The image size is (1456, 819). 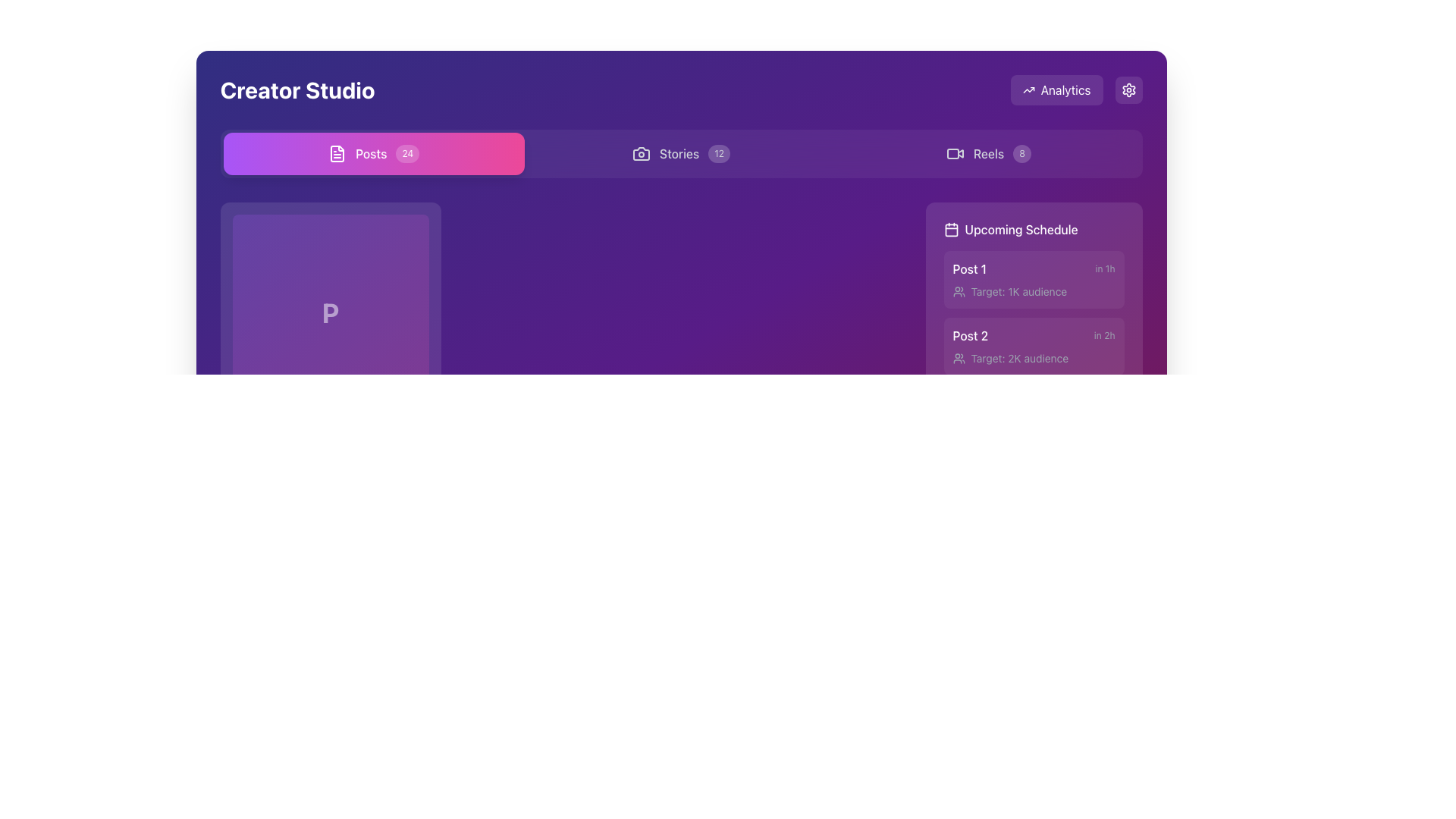 What do you see at coordinates (407, 154) in the screenshot?
I see `the Notification badge, which is a small rectangular badge displaying the number '24', located to the right of the 'Posts' label in the navigation bar at the top of the interface` at bounding box center [407, 154].